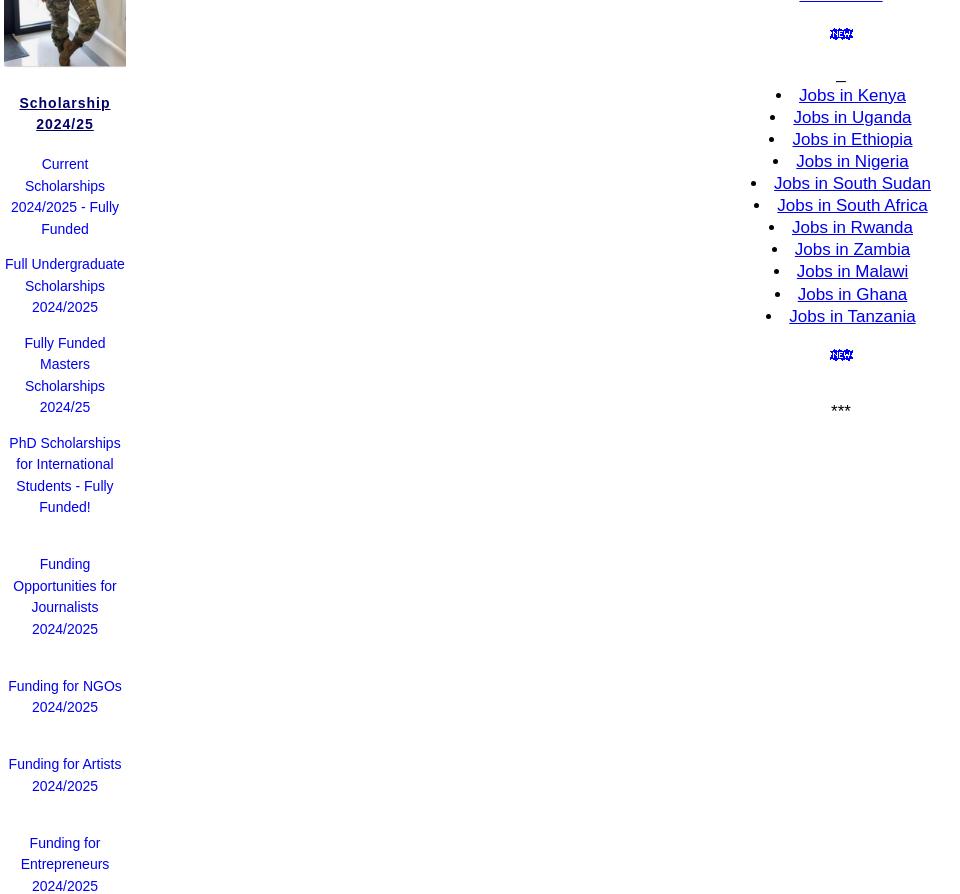 The width and height of the screenshot is (960, 894). Describe the element at coordinates (851, 205) in the screenshot. I see `'Jobs in South Africa'` at that location.